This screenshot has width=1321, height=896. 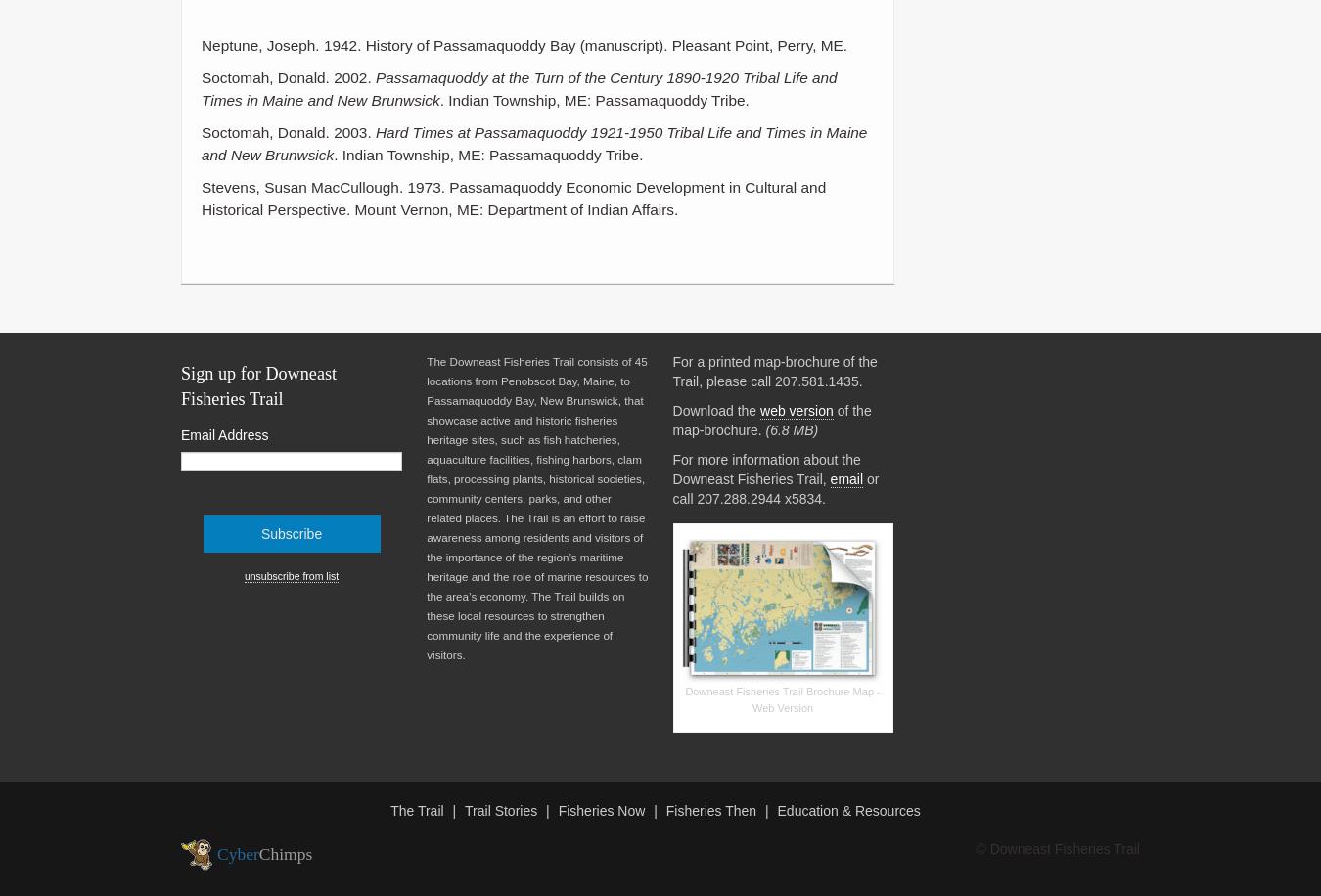 What do you see at coordinates (523, 44) in the screenshot?
I see `'Neptune, Joseph. 1942. History of Passamaquoddy Bay (manuscript). Pleasant Point, Perry, ME.'` at bounding box center [523, 44].